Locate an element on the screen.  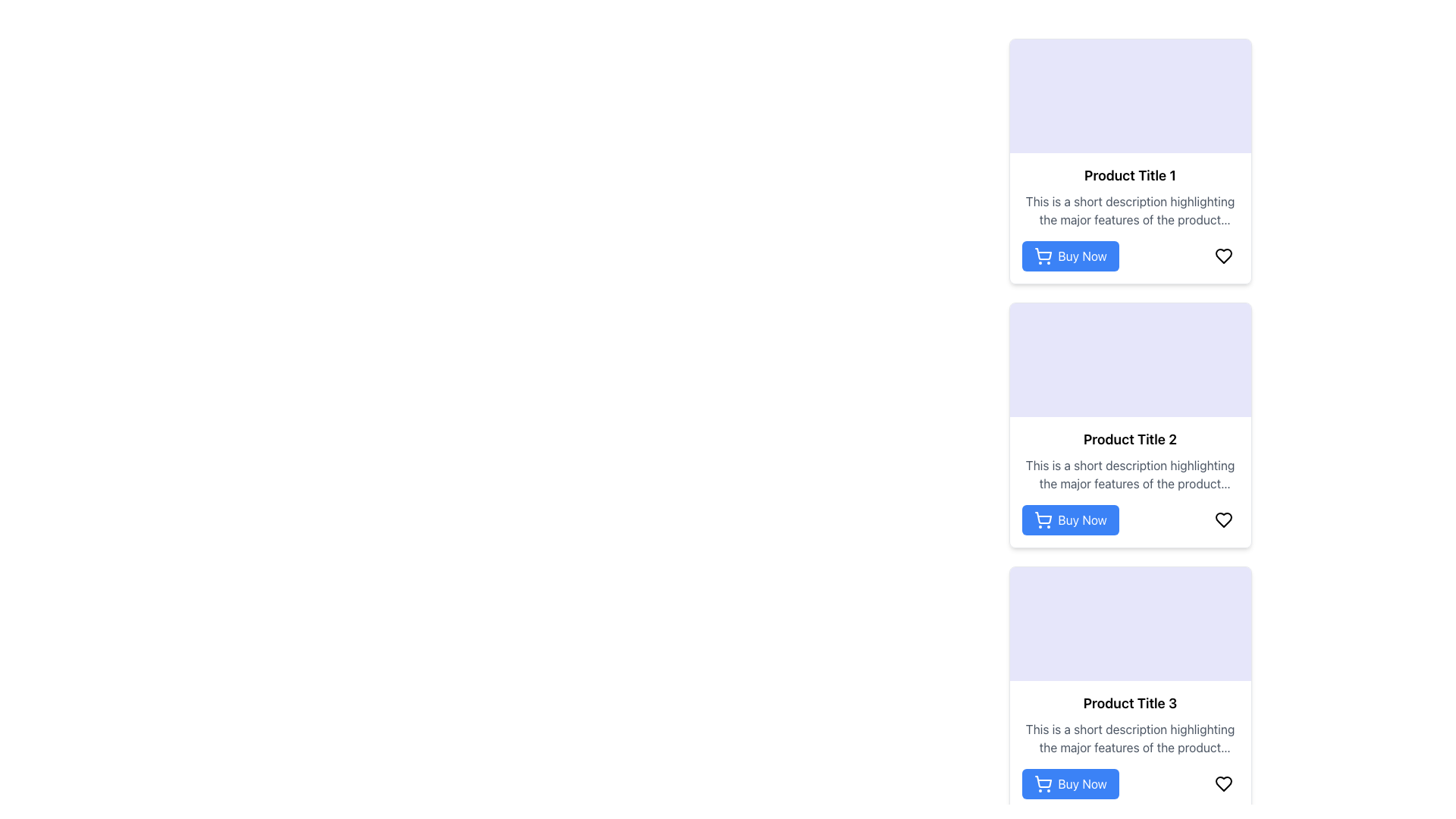
the purchase button located at the bottom of the card labeled 'Product Title 3' is located at coordinates (1069, 783).